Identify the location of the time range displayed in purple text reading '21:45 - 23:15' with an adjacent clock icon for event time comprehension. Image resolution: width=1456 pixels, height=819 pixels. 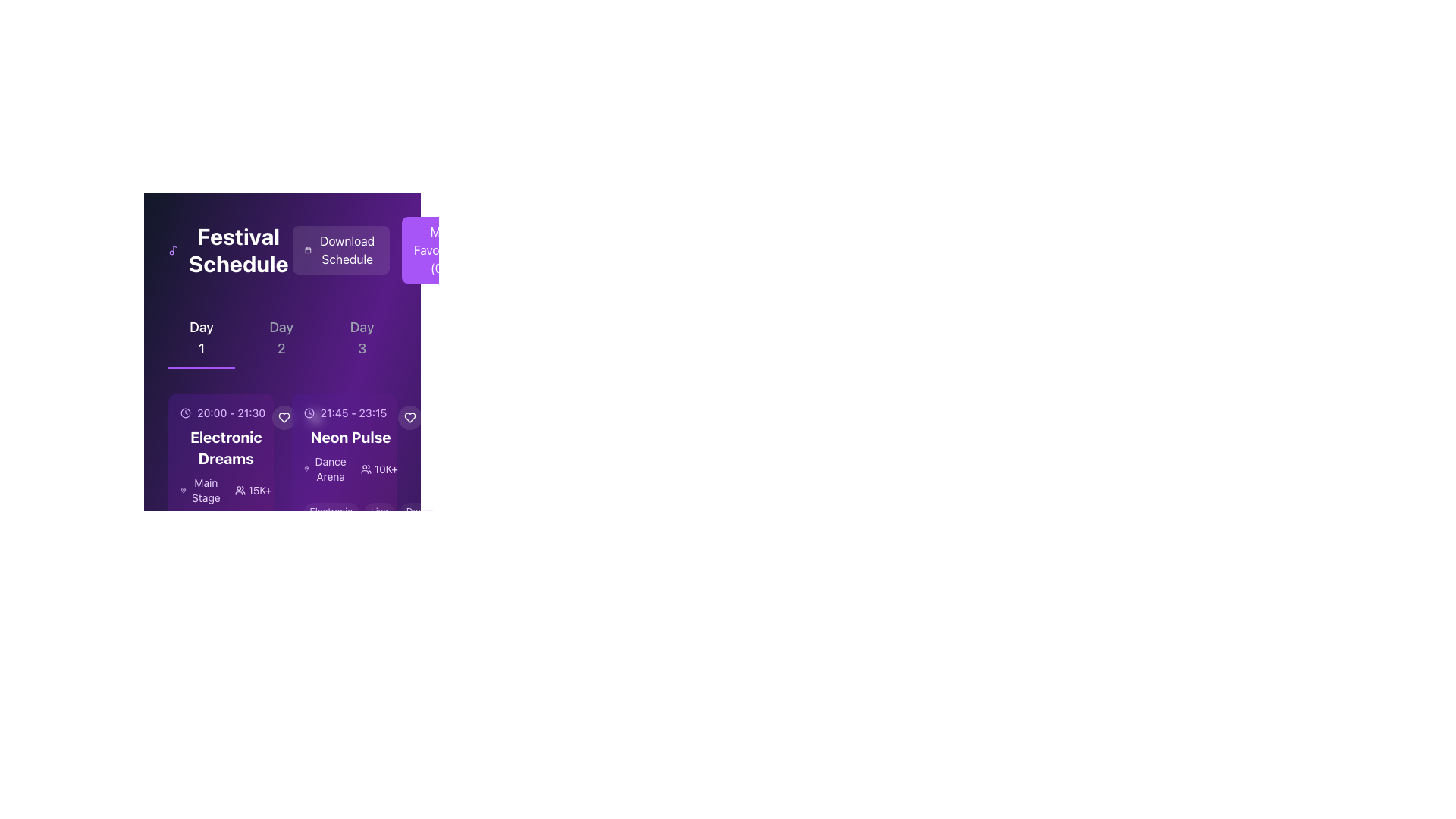
(350, 413).